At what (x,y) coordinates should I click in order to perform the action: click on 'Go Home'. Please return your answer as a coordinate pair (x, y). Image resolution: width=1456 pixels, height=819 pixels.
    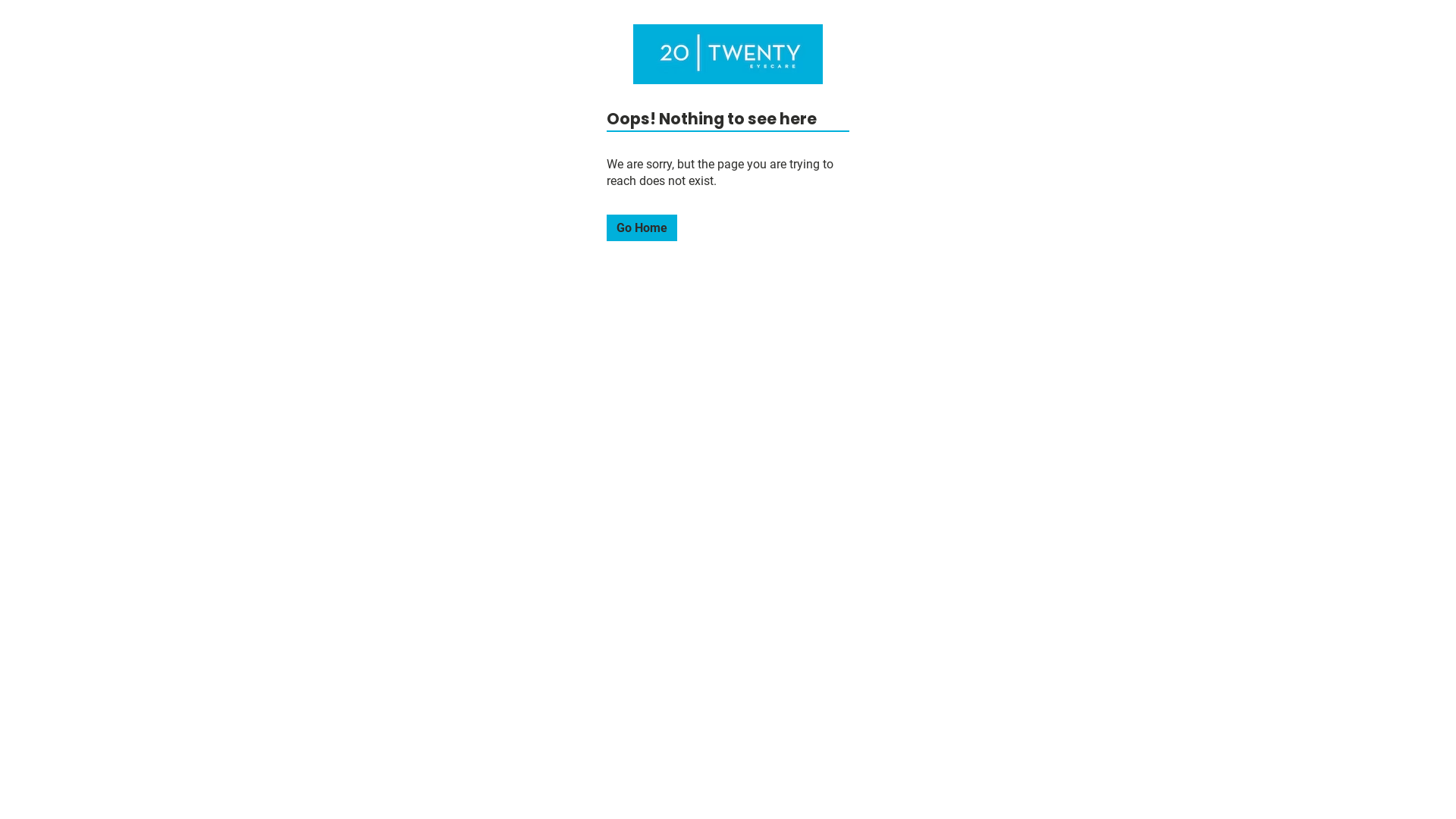
    Looking at the image, I should click on (642, 227).